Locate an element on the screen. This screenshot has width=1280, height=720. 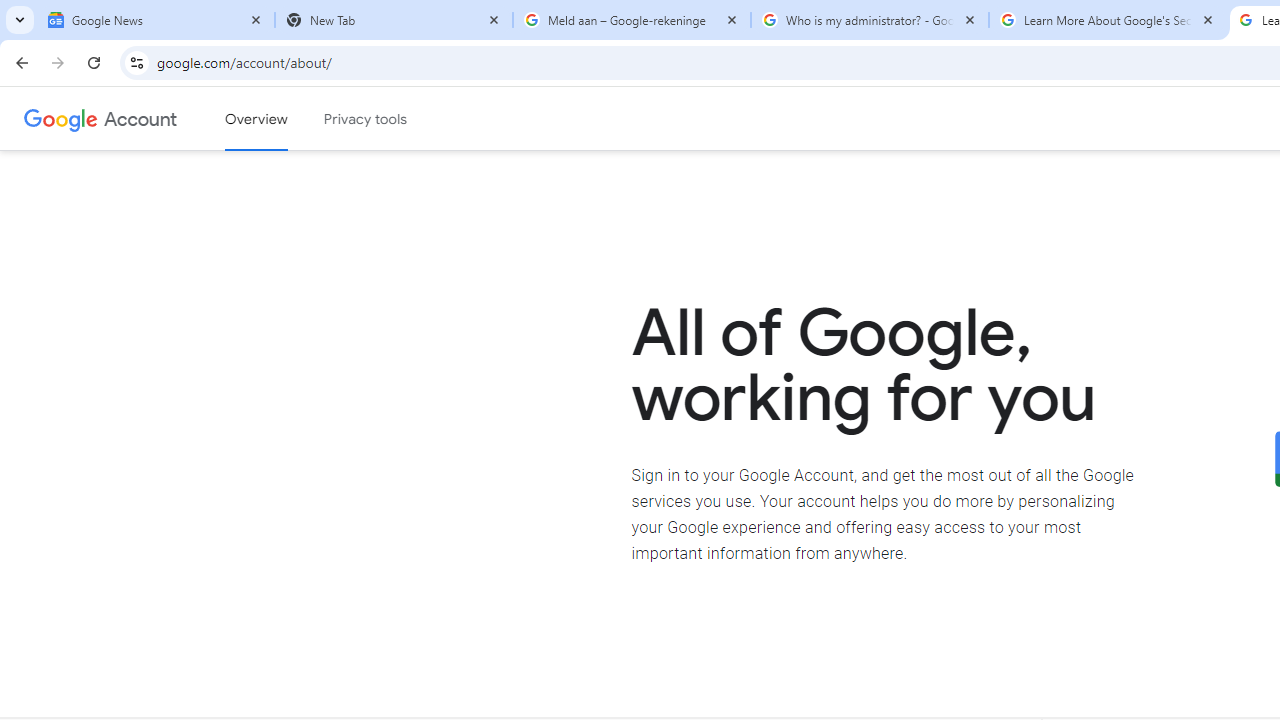
'New Tab' is located at coordinates (394, 20).